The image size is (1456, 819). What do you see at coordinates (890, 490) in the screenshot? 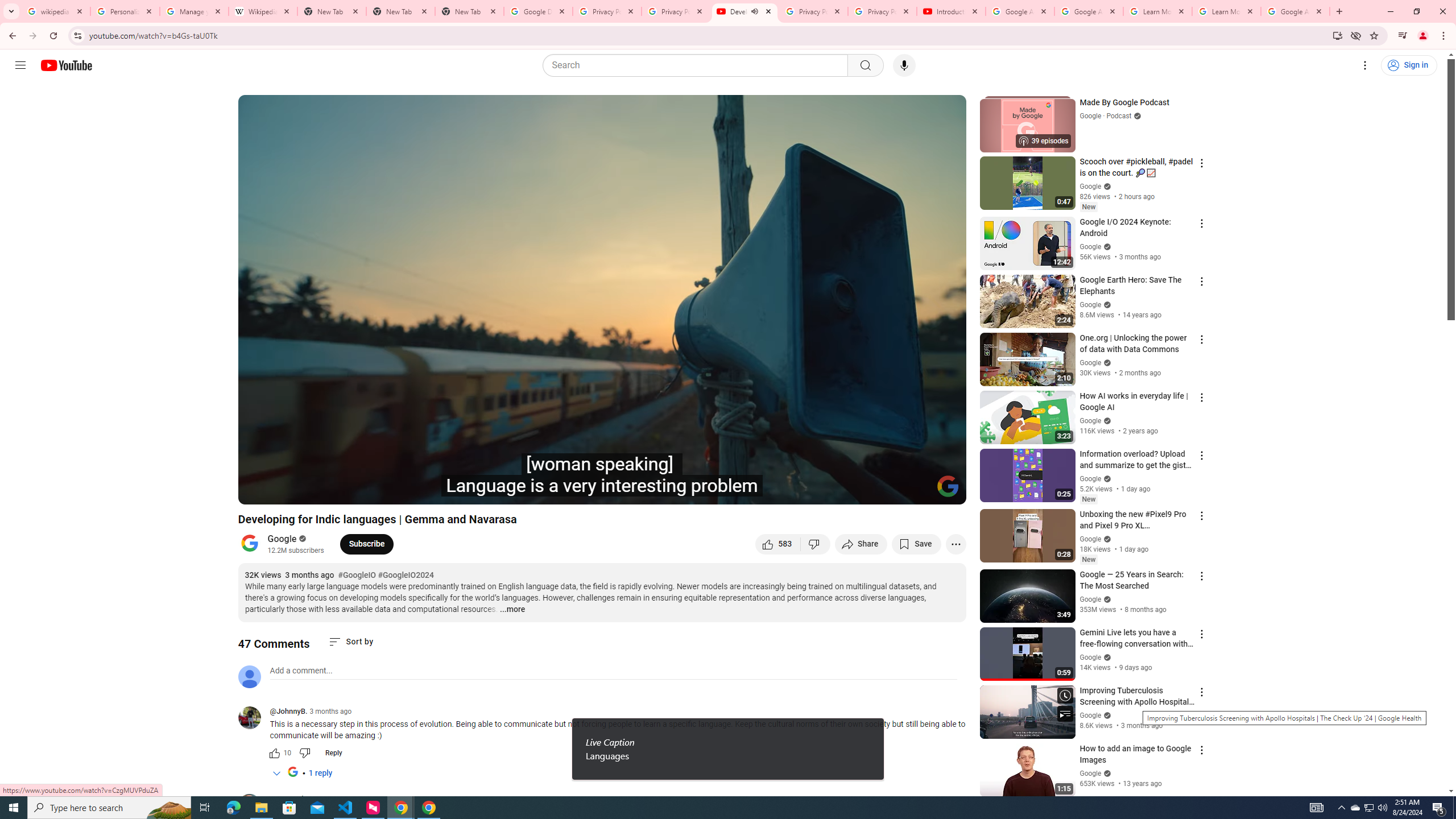
I see `'Miniplayer (i)'` at bounding box center [890, 490].